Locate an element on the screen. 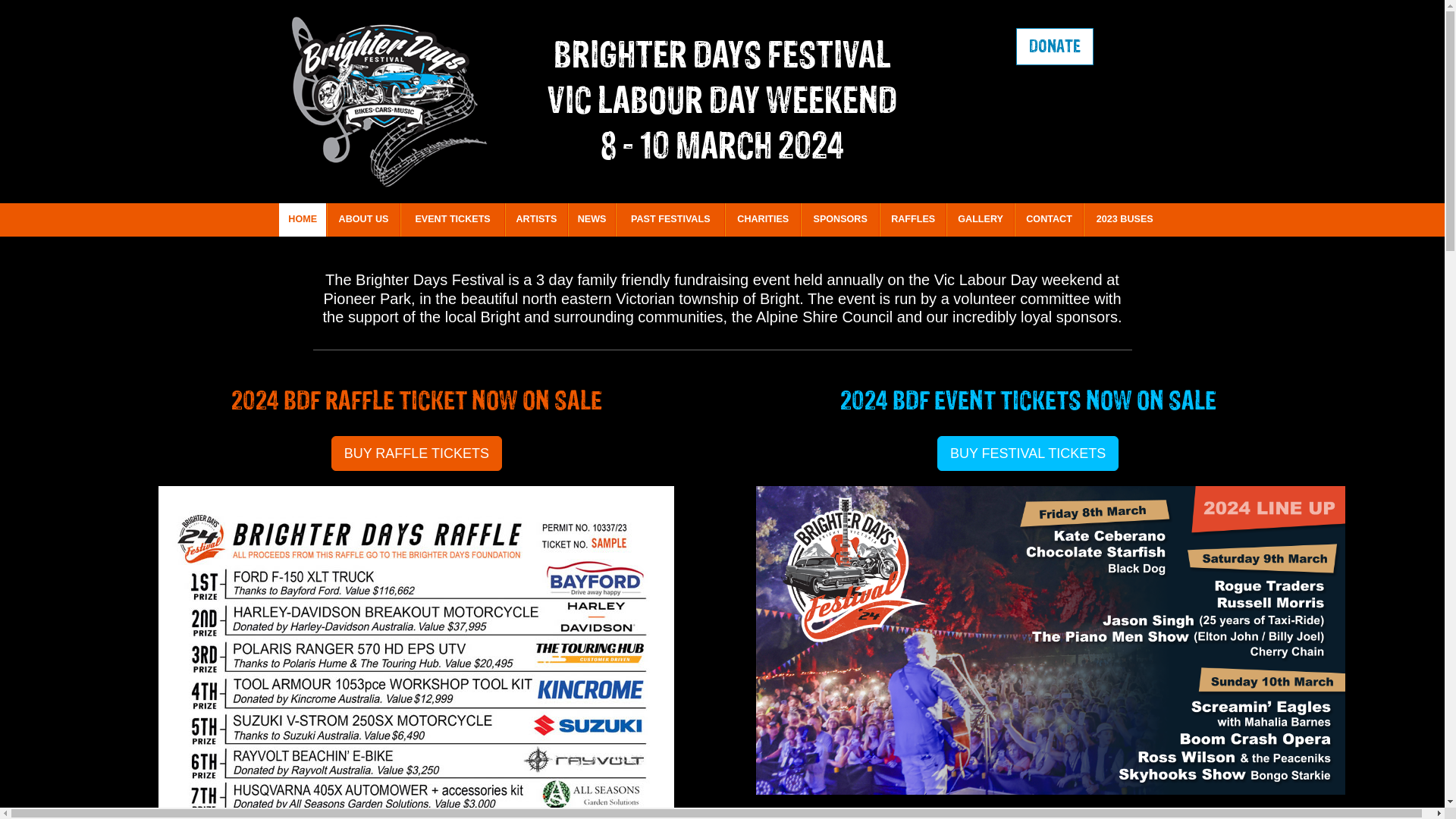 This screenshot has width=1456, height=819. 'DONATE' is located at coordinates (1054, 45).